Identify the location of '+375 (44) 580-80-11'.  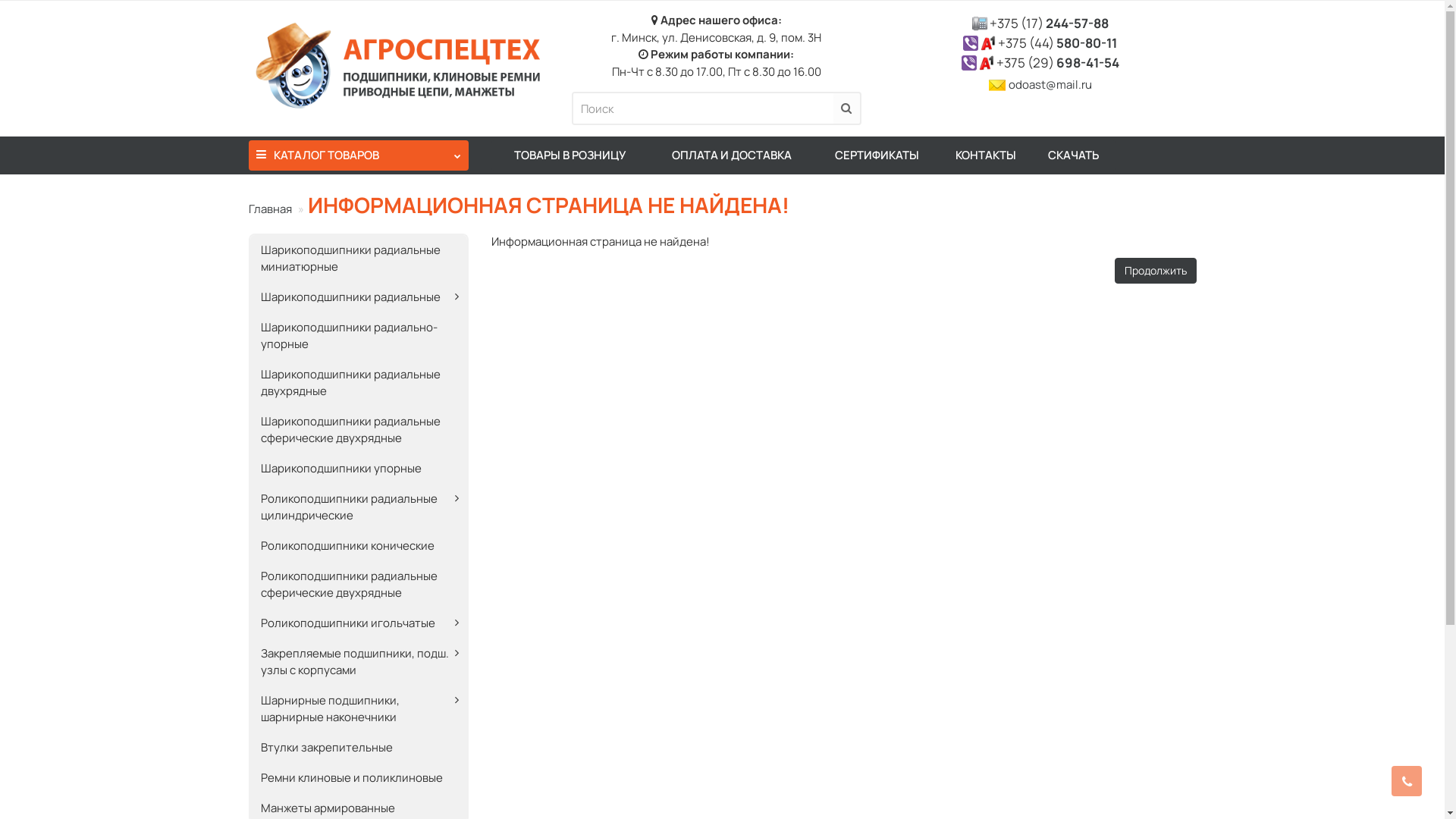
(1056, 42).